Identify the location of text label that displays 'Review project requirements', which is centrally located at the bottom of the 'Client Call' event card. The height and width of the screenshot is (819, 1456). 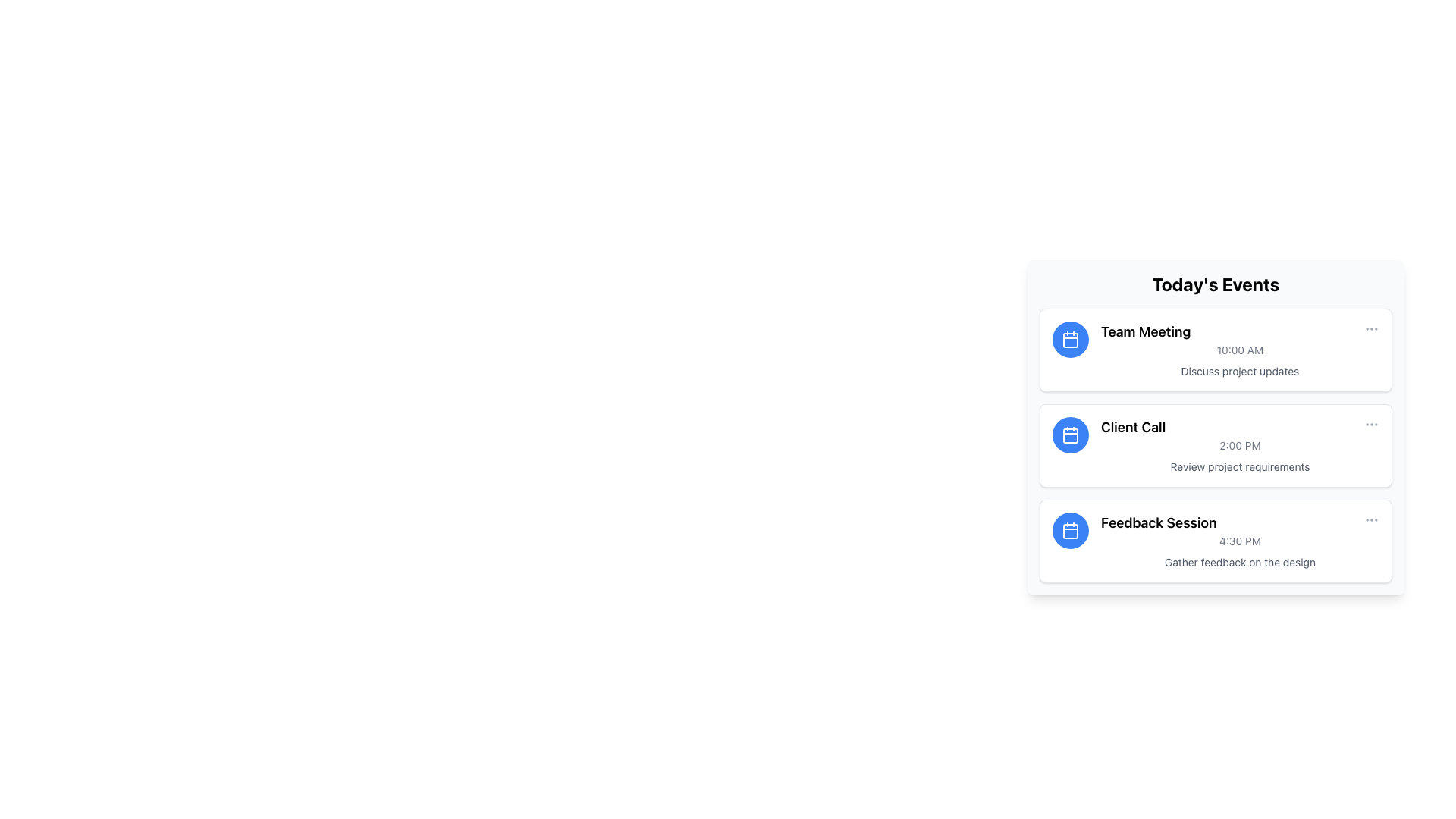
(1240, 466).